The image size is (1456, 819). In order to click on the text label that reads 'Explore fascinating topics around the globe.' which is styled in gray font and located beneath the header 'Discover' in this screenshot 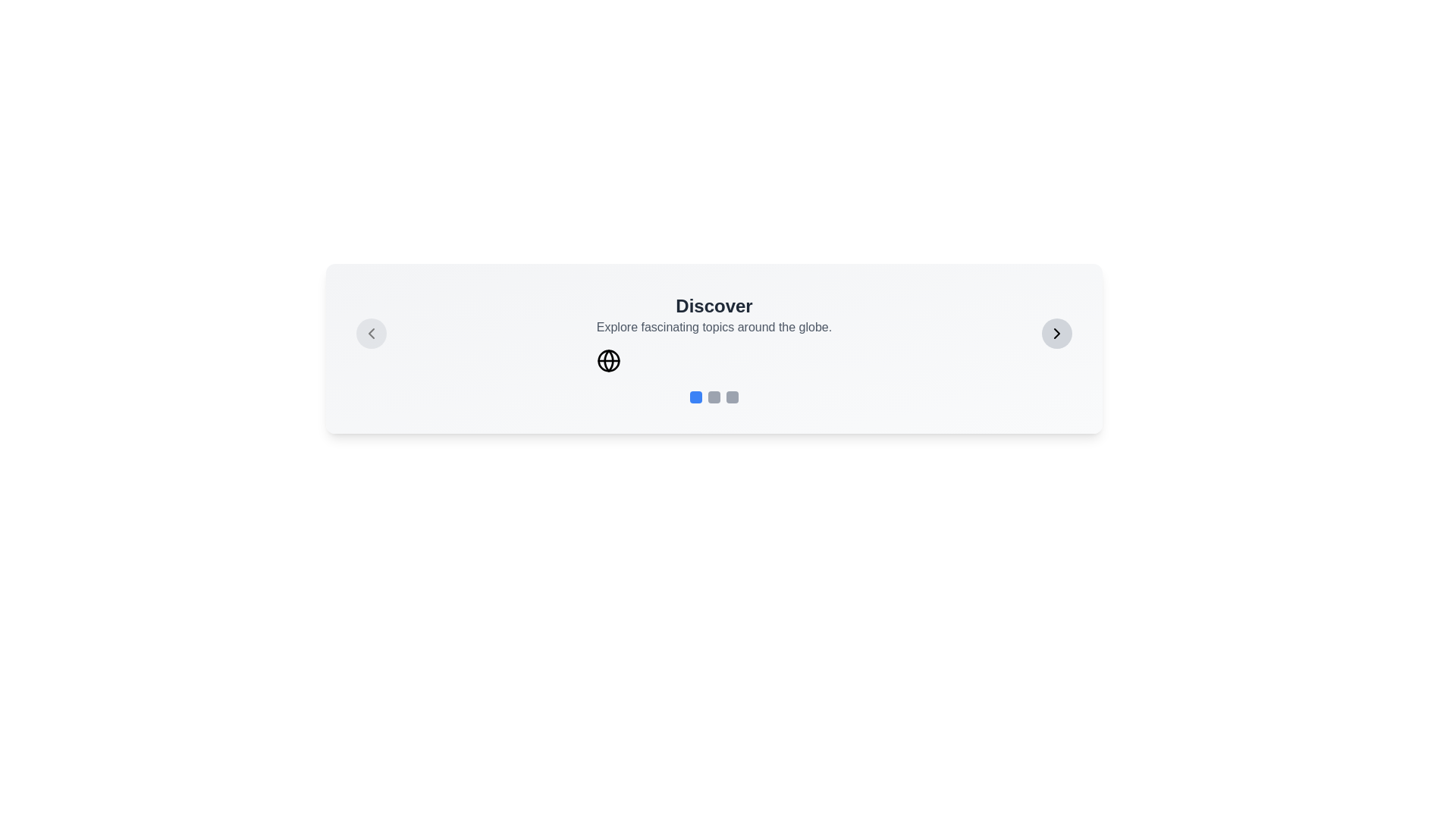, I will do `click(713, 327)`.